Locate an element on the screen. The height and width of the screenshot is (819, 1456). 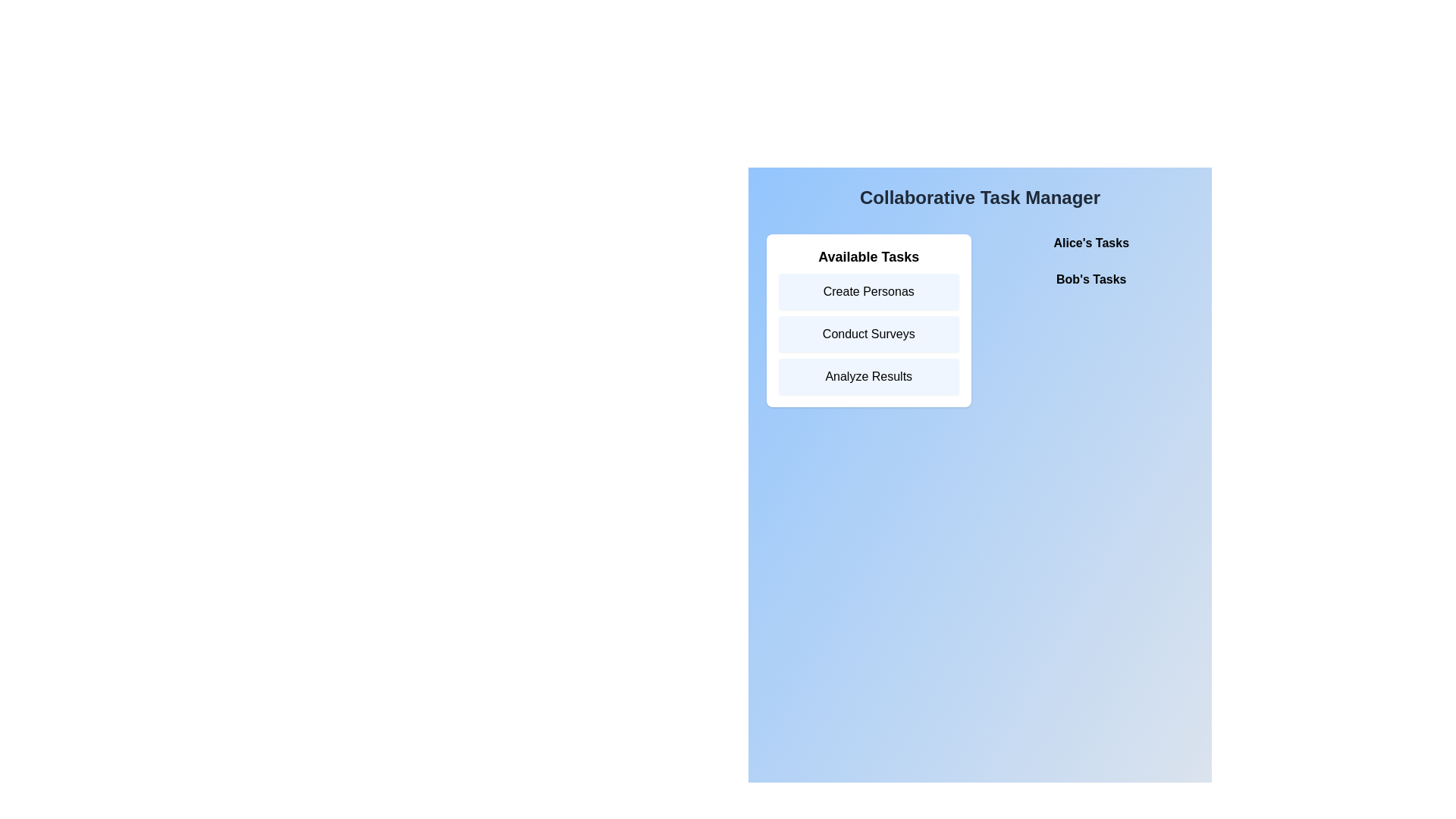
the 'Available Tasks' section to view the list of tasks is located at coordinates (868, 320).